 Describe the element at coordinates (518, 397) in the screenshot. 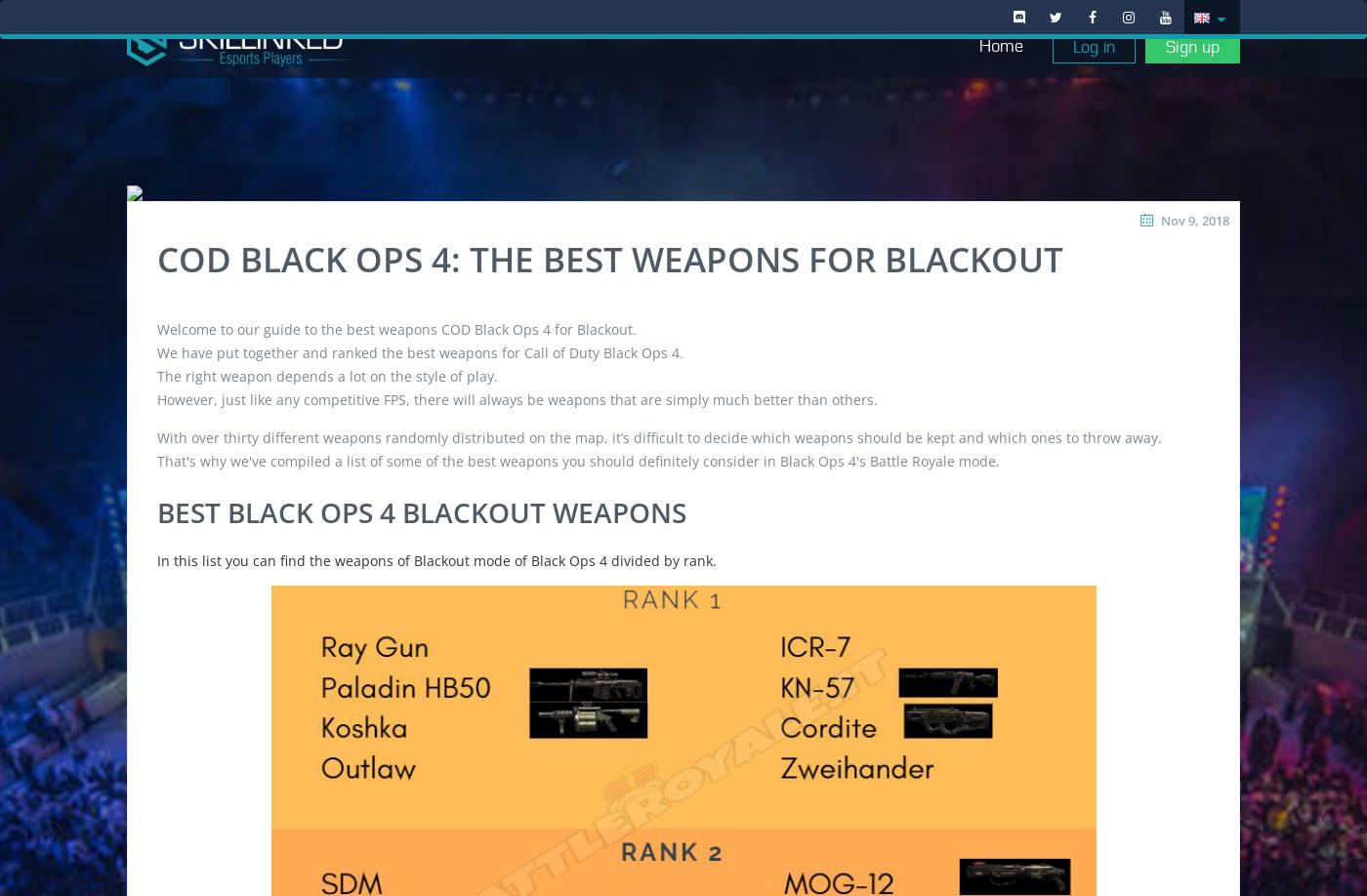

I see `'However, just like any competitive FPS, there will always be weapons that are simply much better than others.'` at that location.